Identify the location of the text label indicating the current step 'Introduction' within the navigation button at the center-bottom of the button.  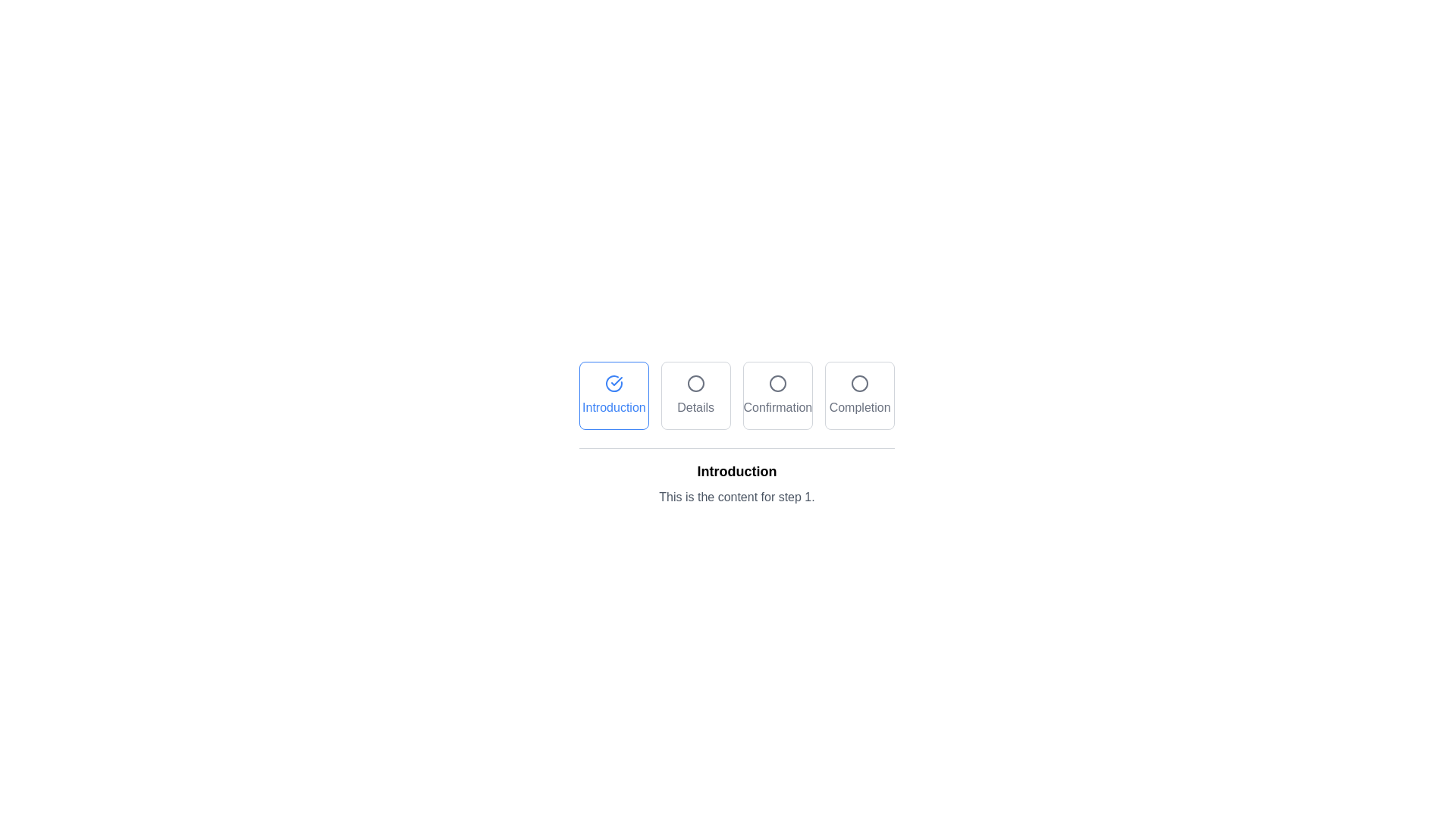
(613, 406).